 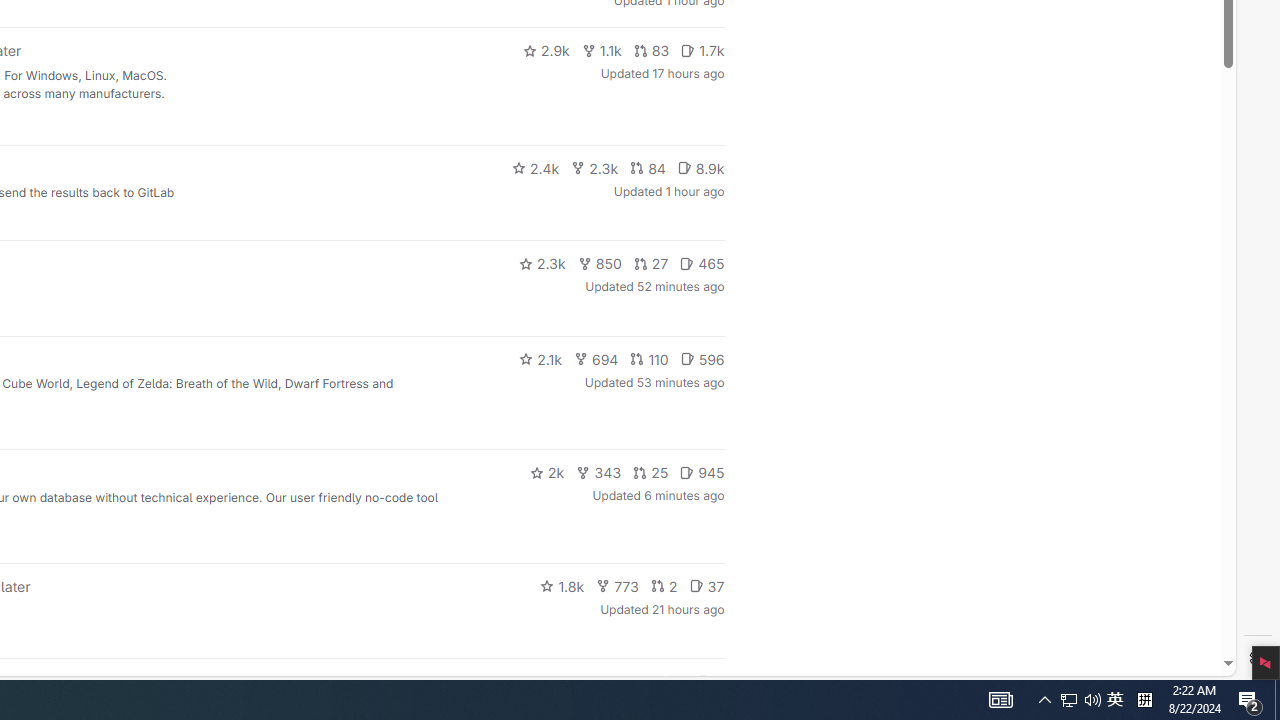 I want to click on '110', so click(x=649, y=357).